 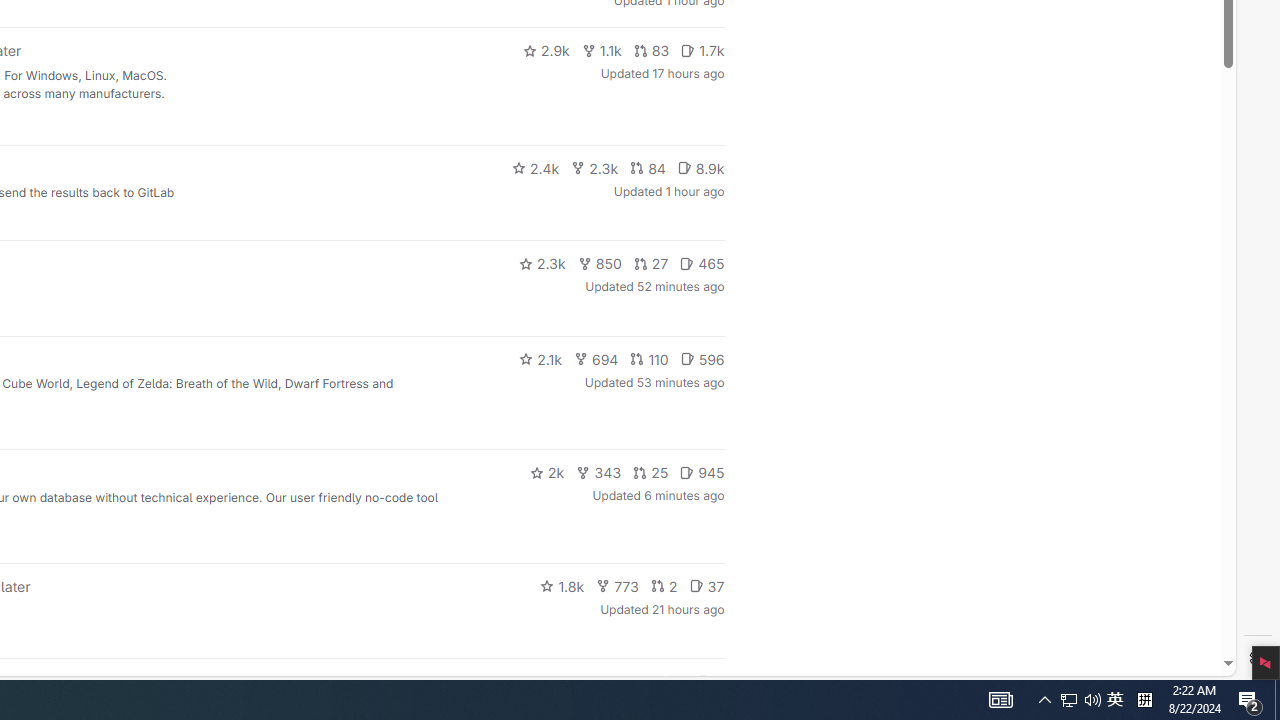 I want to click on '110', so click(x=649, y=357).